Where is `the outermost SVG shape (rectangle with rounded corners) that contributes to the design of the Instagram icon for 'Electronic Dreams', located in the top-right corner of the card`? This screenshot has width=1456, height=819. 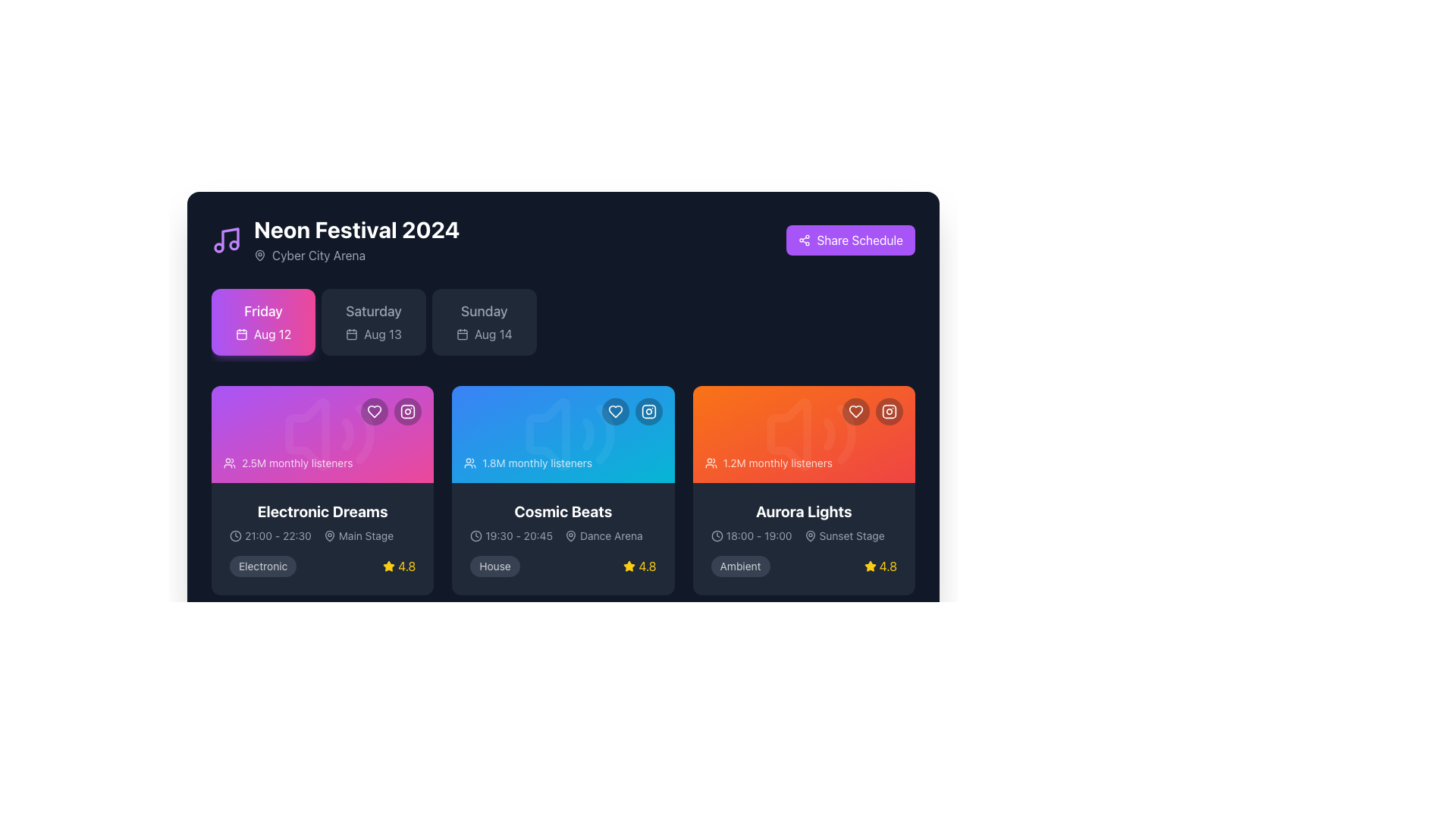 the outermost SVG shape (rectangle with rounded corners) that contributes to the design of the Instagram icon for 'Electronic Dreams', located in the top-right corner of the card is located at coordinates (408, 412).